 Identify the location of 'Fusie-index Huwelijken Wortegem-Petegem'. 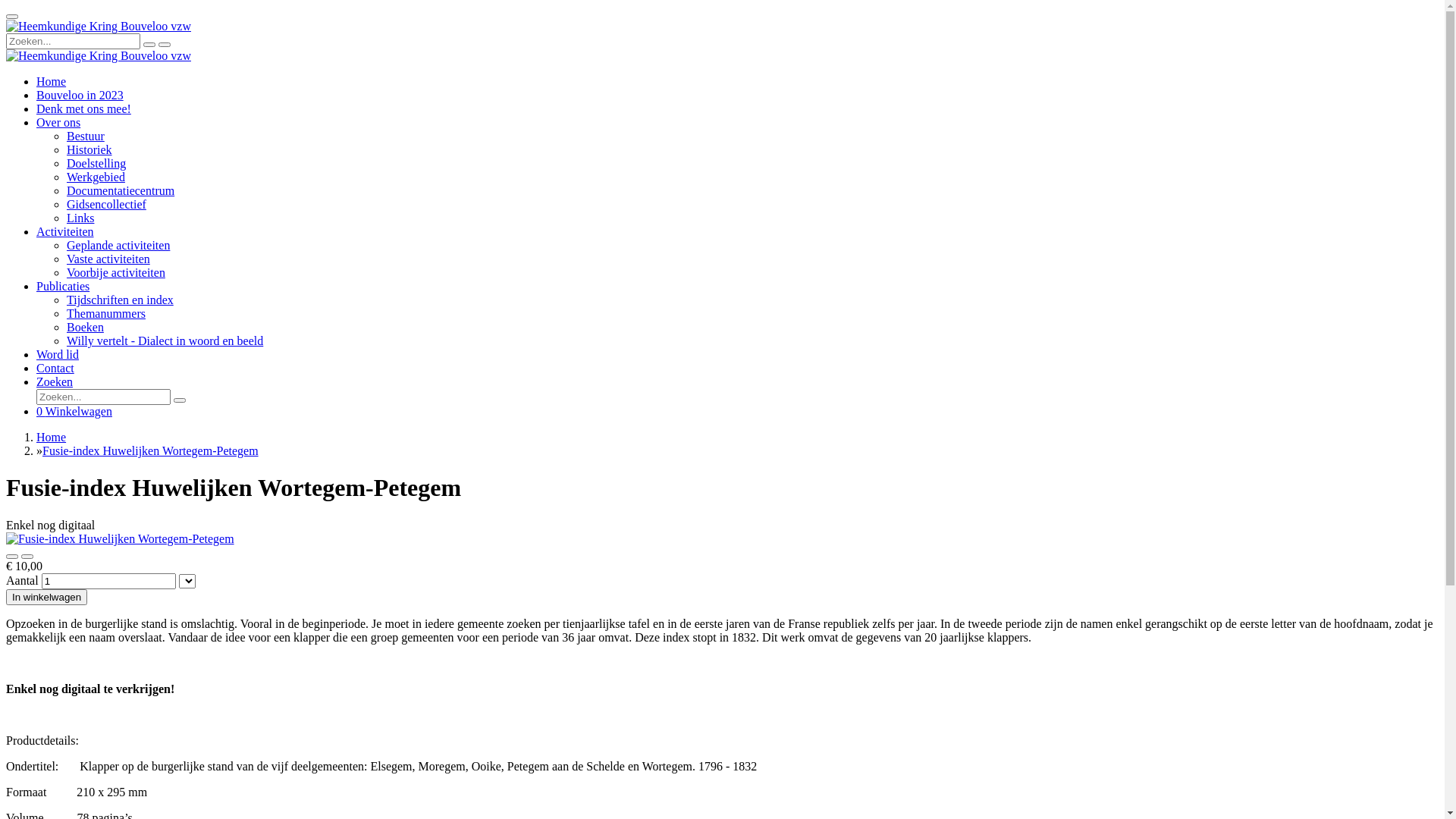
(150, 450).